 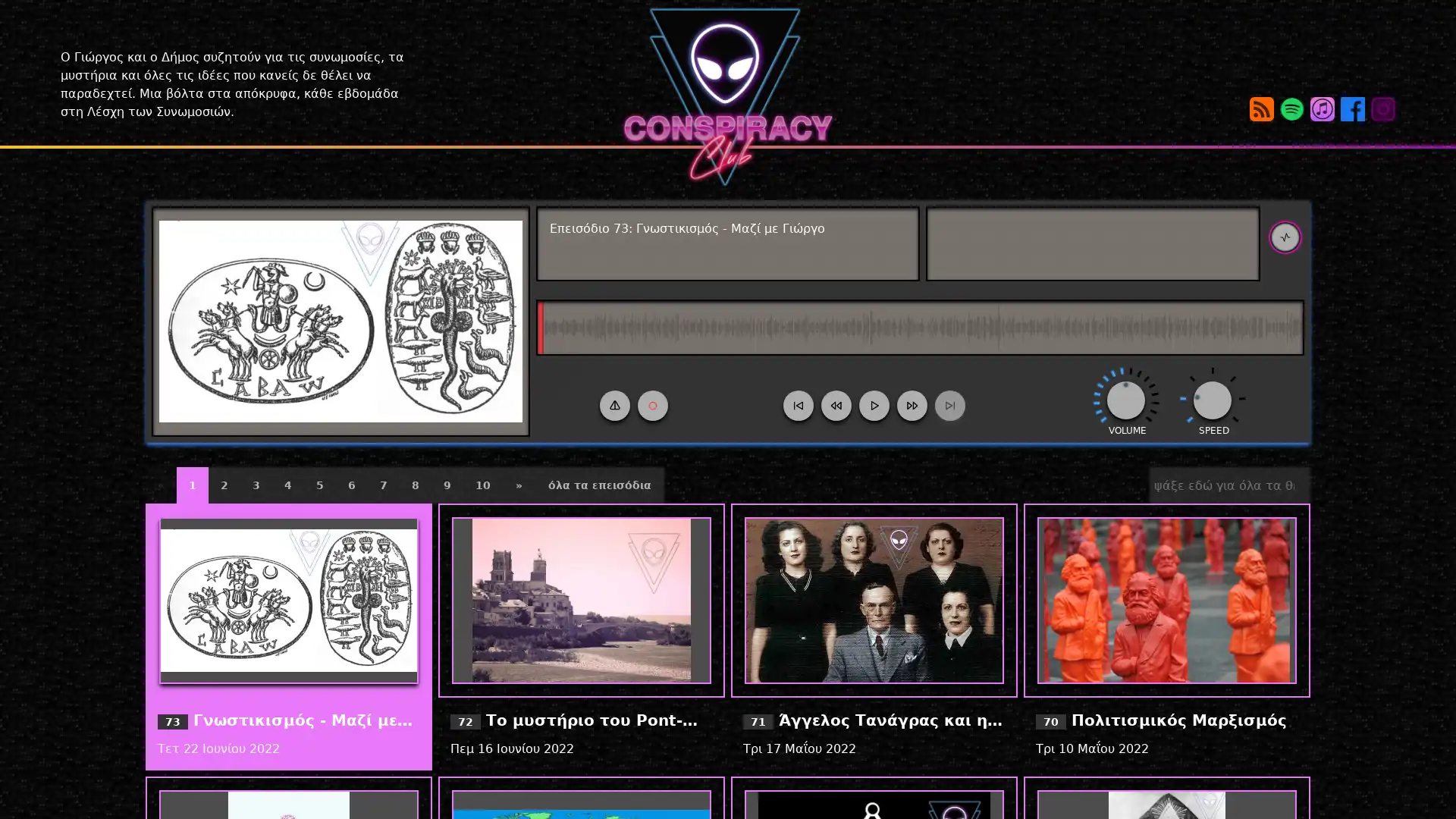 What do you see at coordinates (383, 485) in the screenshot?
I see `7` at bounding box center [383, 485].